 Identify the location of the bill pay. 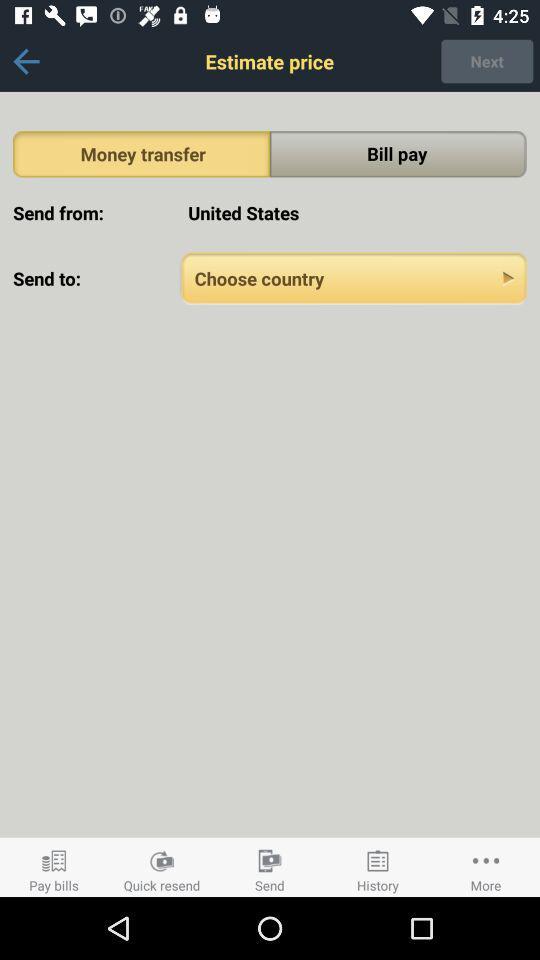
(398, 153).